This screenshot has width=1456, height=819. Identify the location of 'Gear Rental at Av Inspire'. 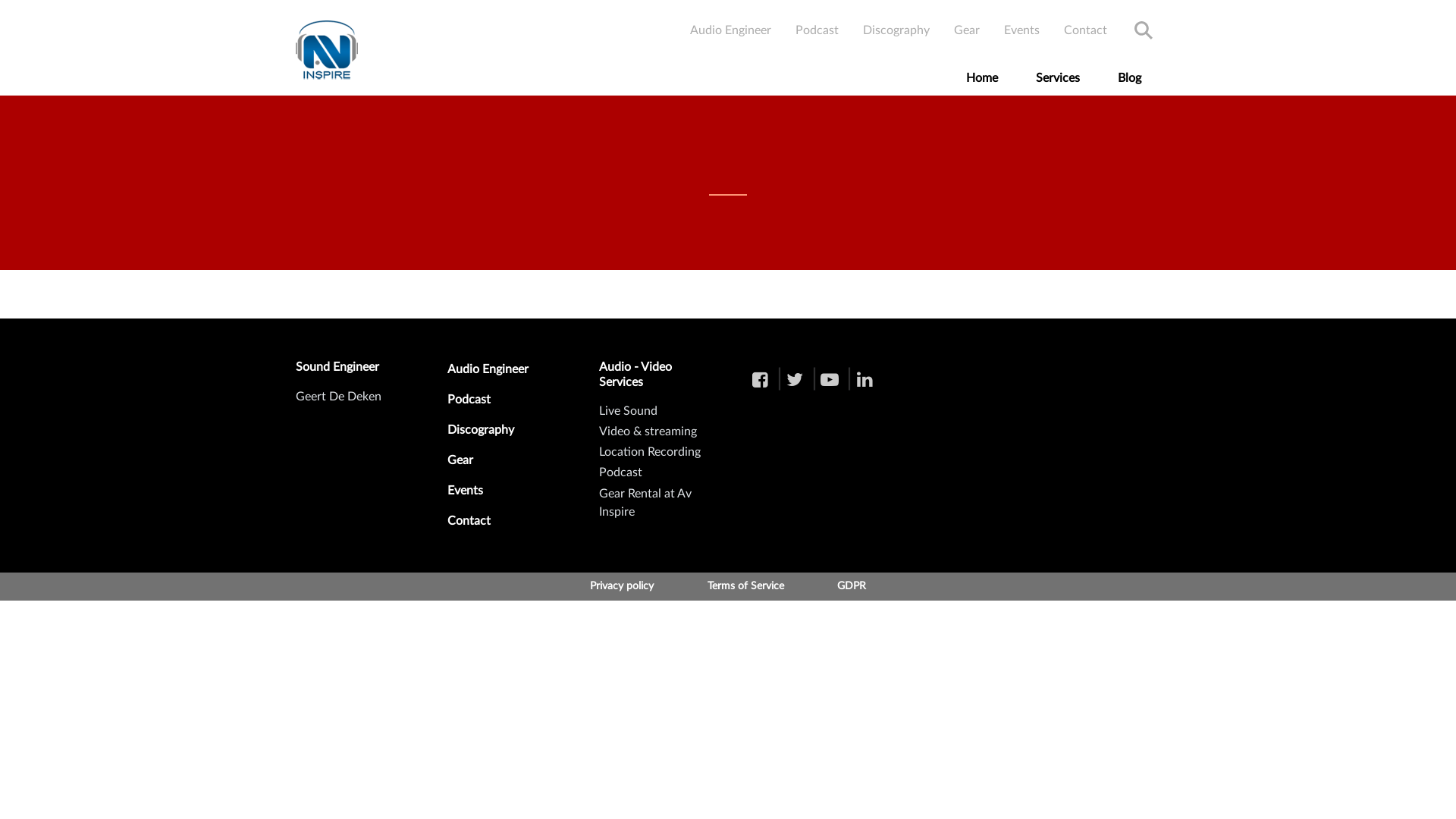
(645, 503).